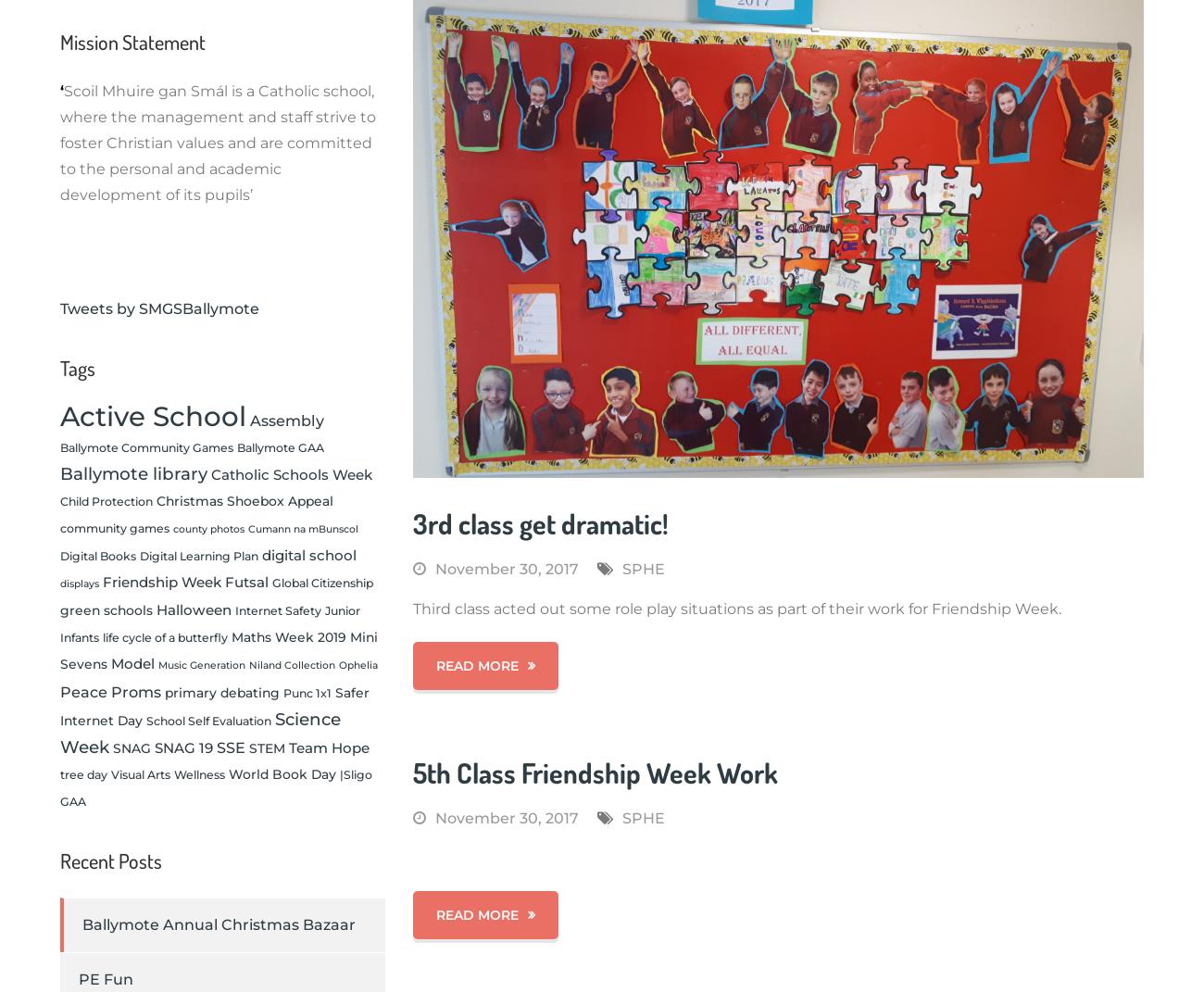 The width and height of the screenshot is (1204, 992). What do you see at coordinates (249, 420) in the screenshot?
I see `'Assembly'` at bounding box center [249, 420].